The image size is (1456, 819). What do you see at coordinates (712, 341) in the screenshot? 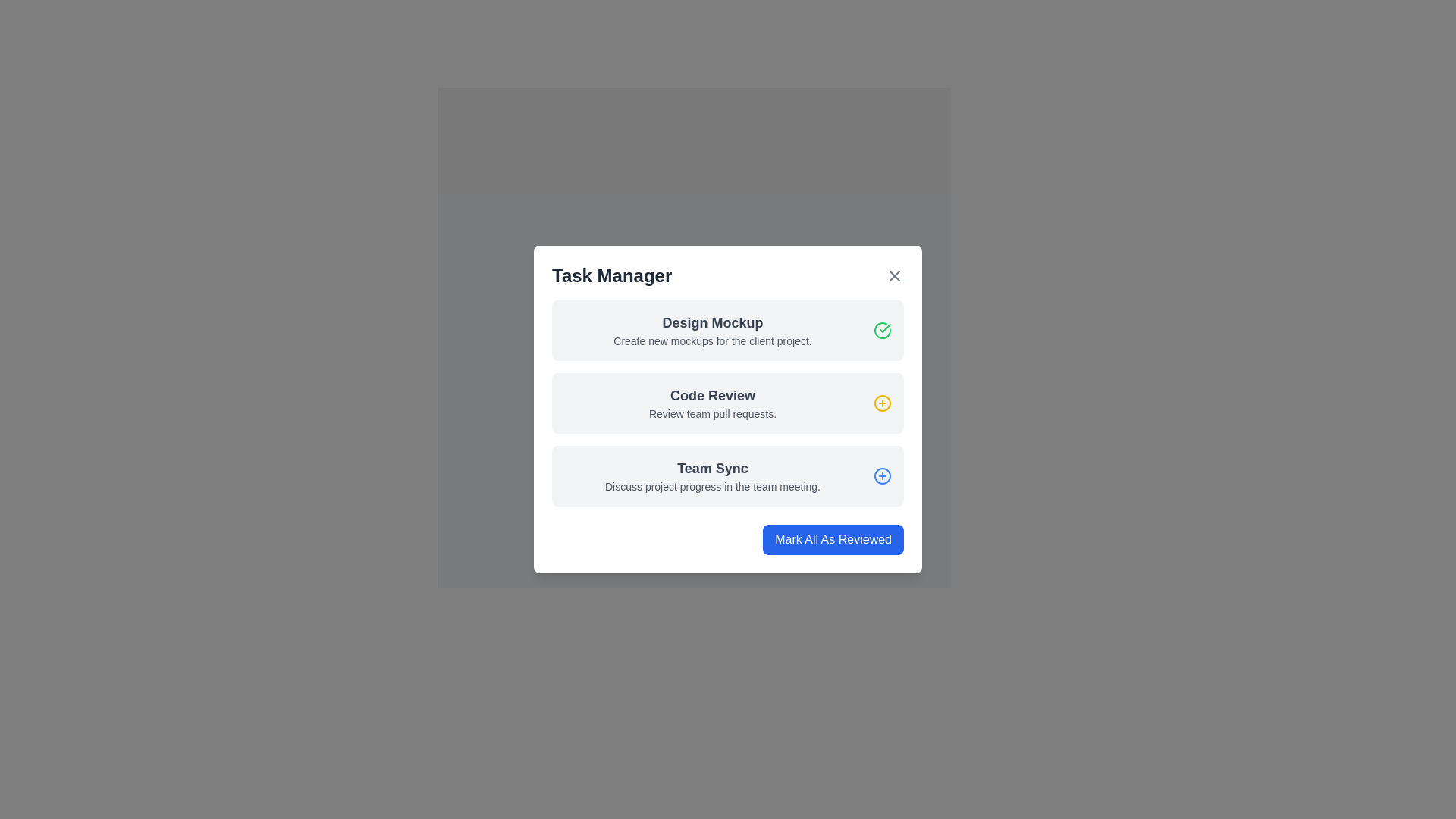
I see `the descriptive text label in the 'Task Manager' dialog box under the 'Design Mockup' header, which provides information about creating mockups for a client project` at bounding box center [712, 341].